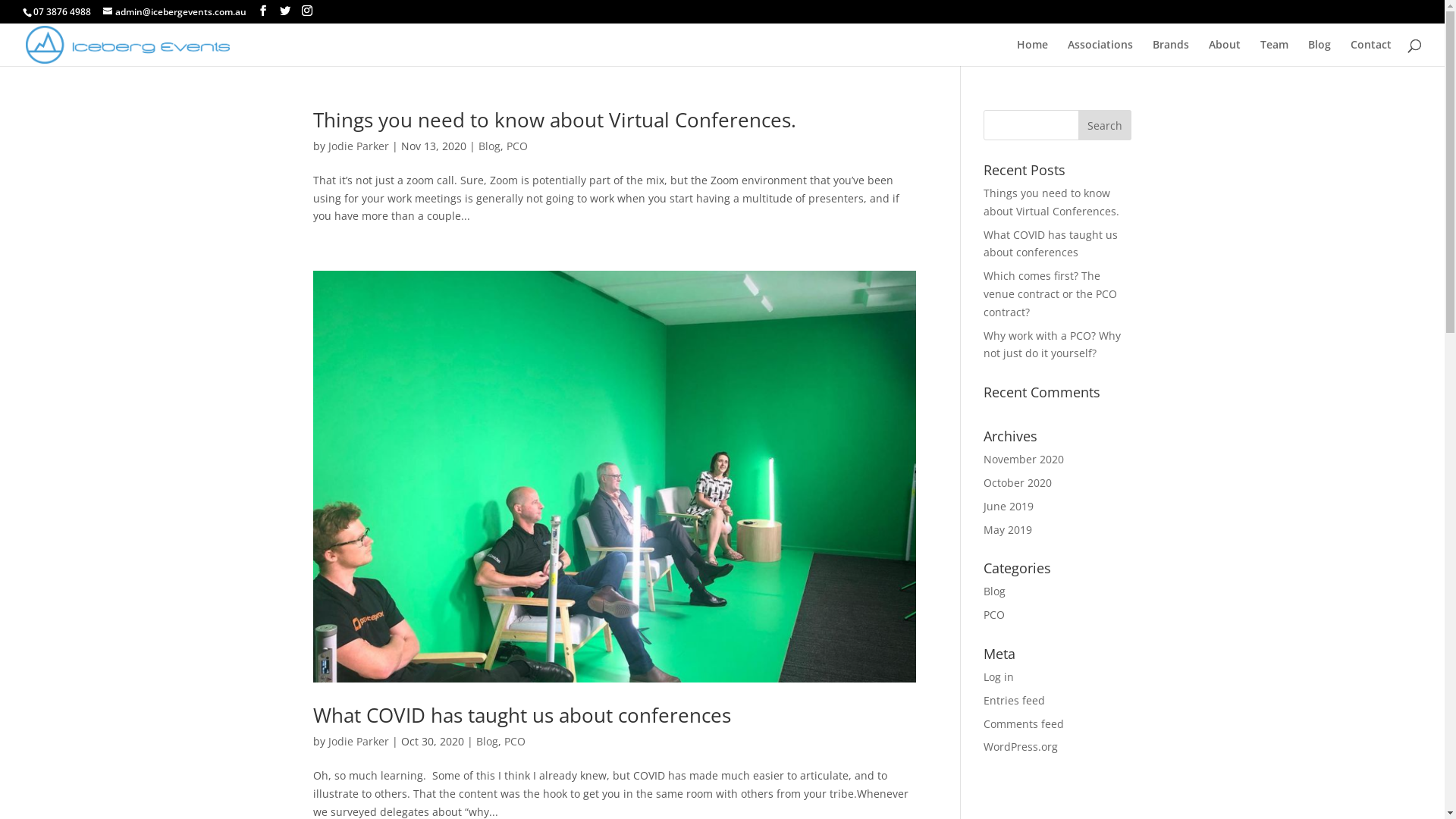  What do you see at coordinates (1274, 52) in the screenshot?
I see `'Team'` at bounding box center [1274, 52].